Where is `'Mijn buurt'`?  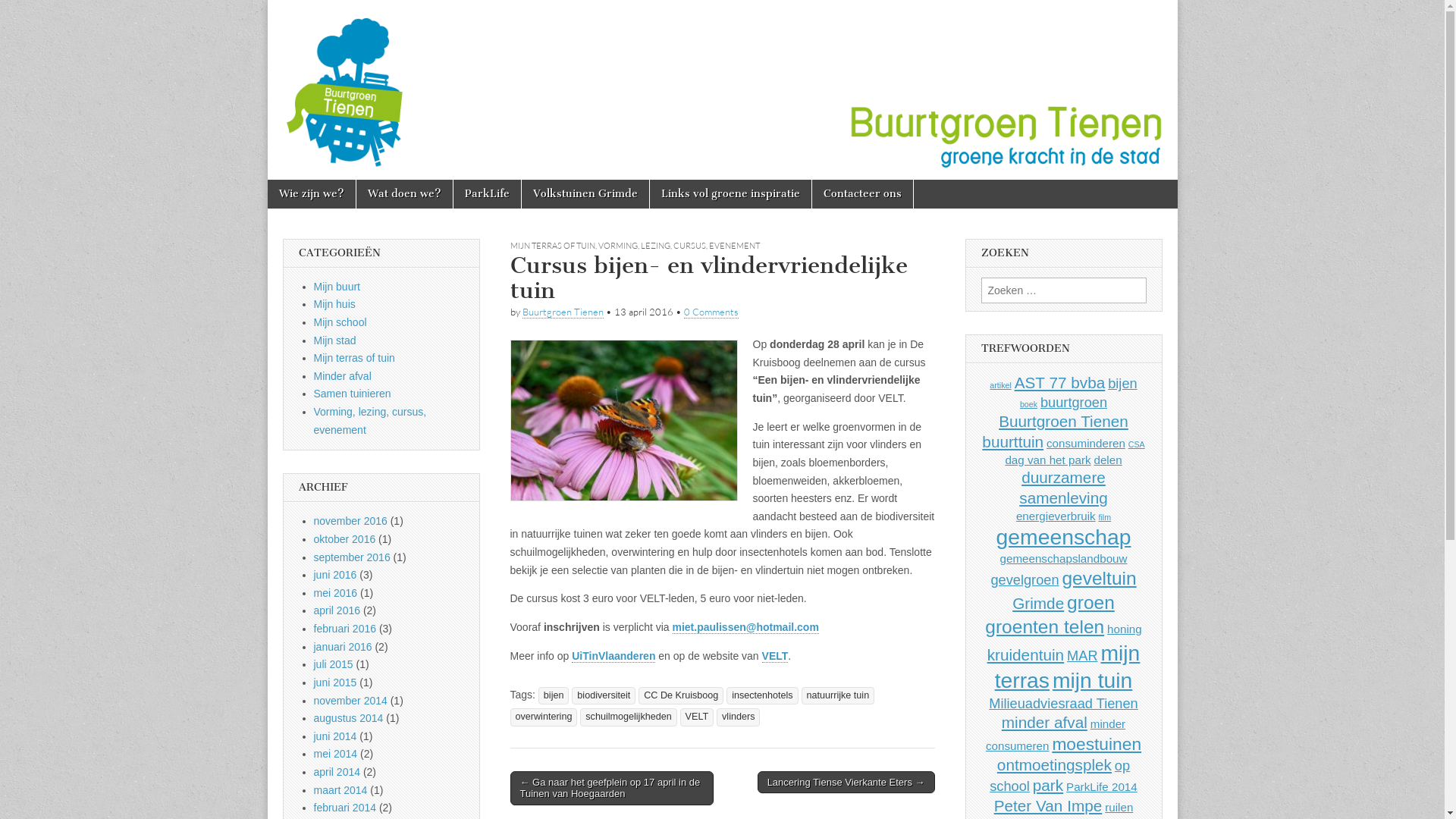 'Mijn buurt' is located at coordinates (336, 287).